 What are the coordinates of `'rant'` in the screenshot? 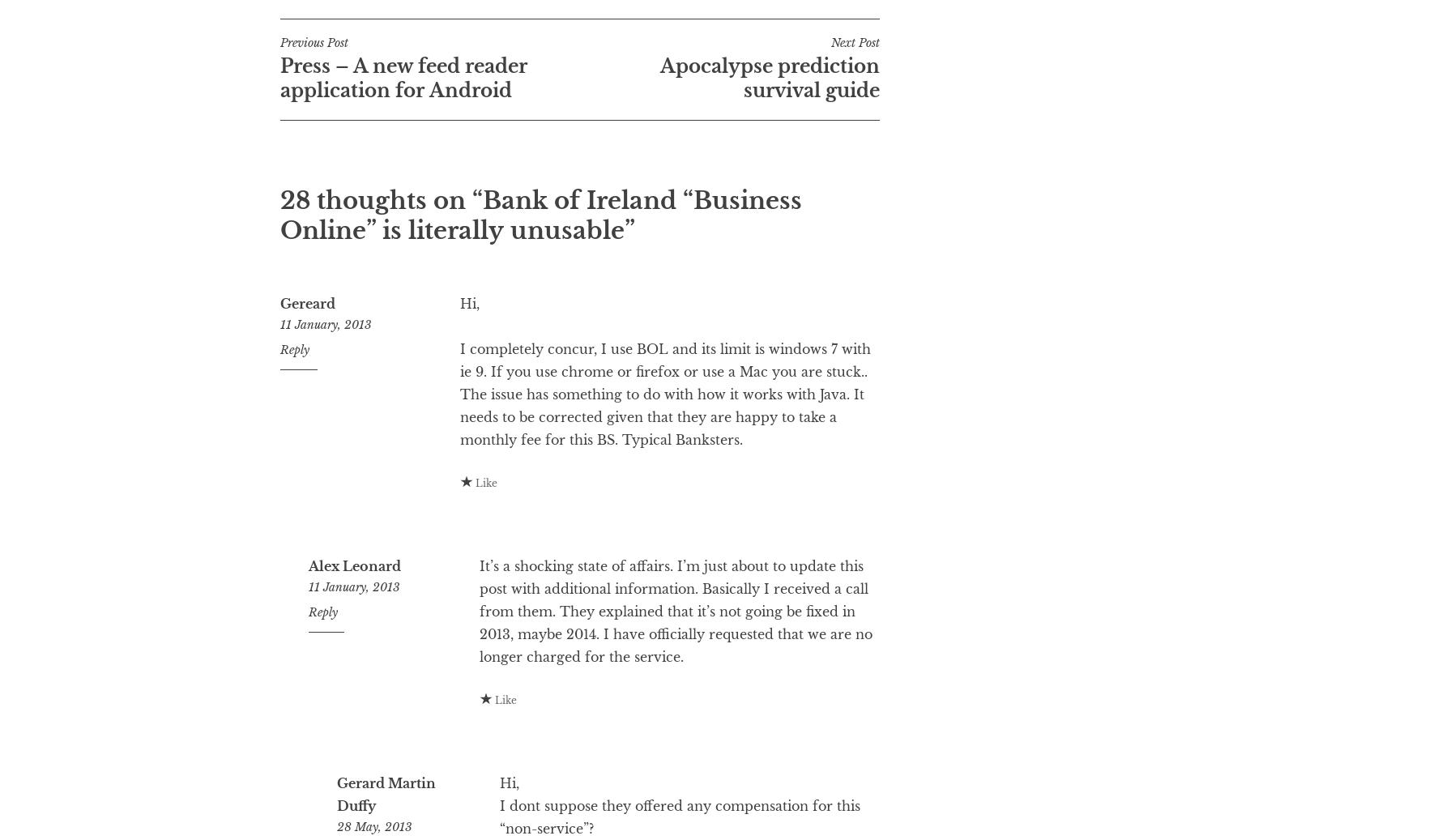 It's located at (430, 27).